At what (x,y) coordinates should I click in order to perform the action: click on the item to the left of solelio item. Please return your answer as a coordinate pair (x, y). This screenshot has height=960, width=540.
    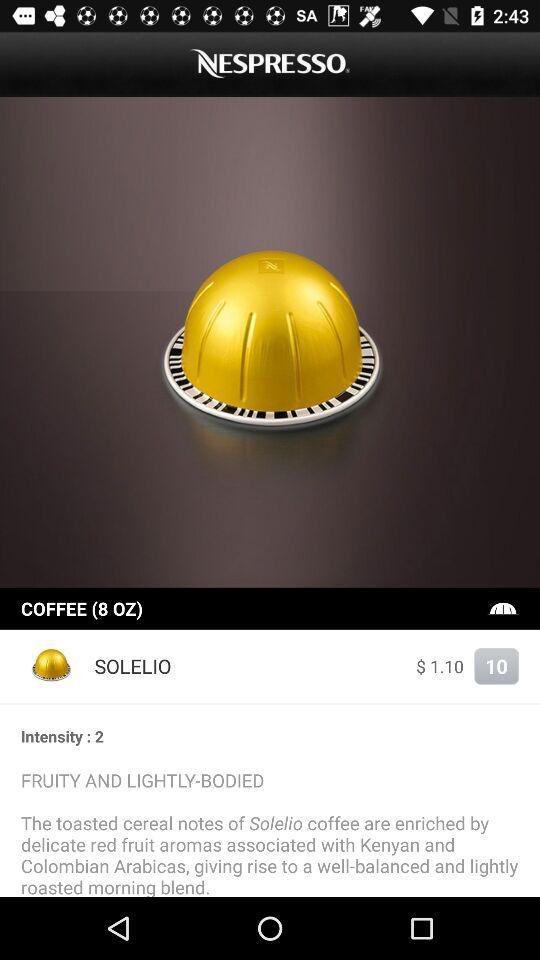
    Looking at the image, I should click on (52, 666).